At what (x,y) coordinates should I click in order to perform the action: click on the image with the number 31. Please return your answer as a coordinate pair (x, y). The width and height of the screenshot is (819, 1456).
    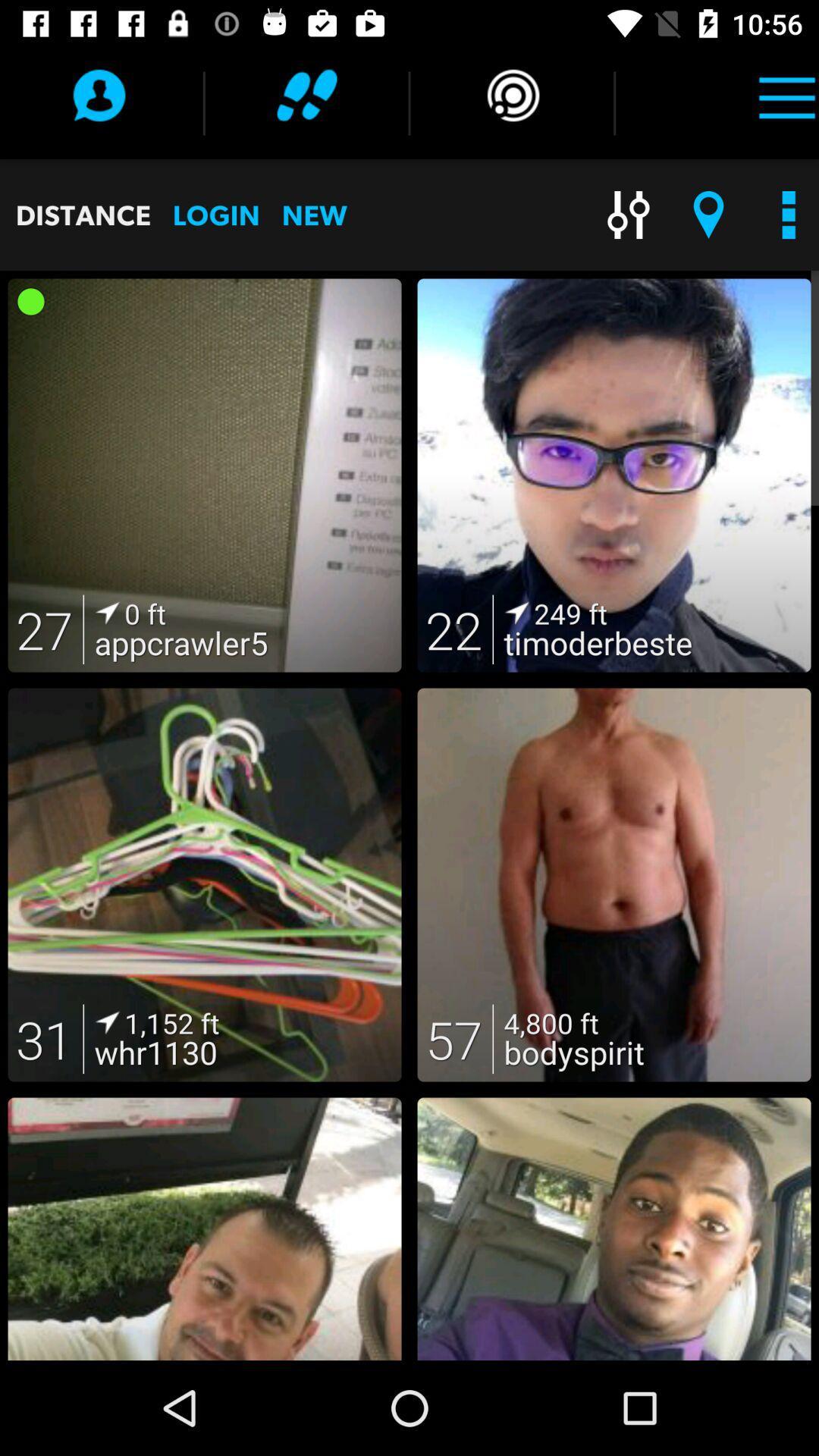
    Looking at the image, I should click on (205, 885).